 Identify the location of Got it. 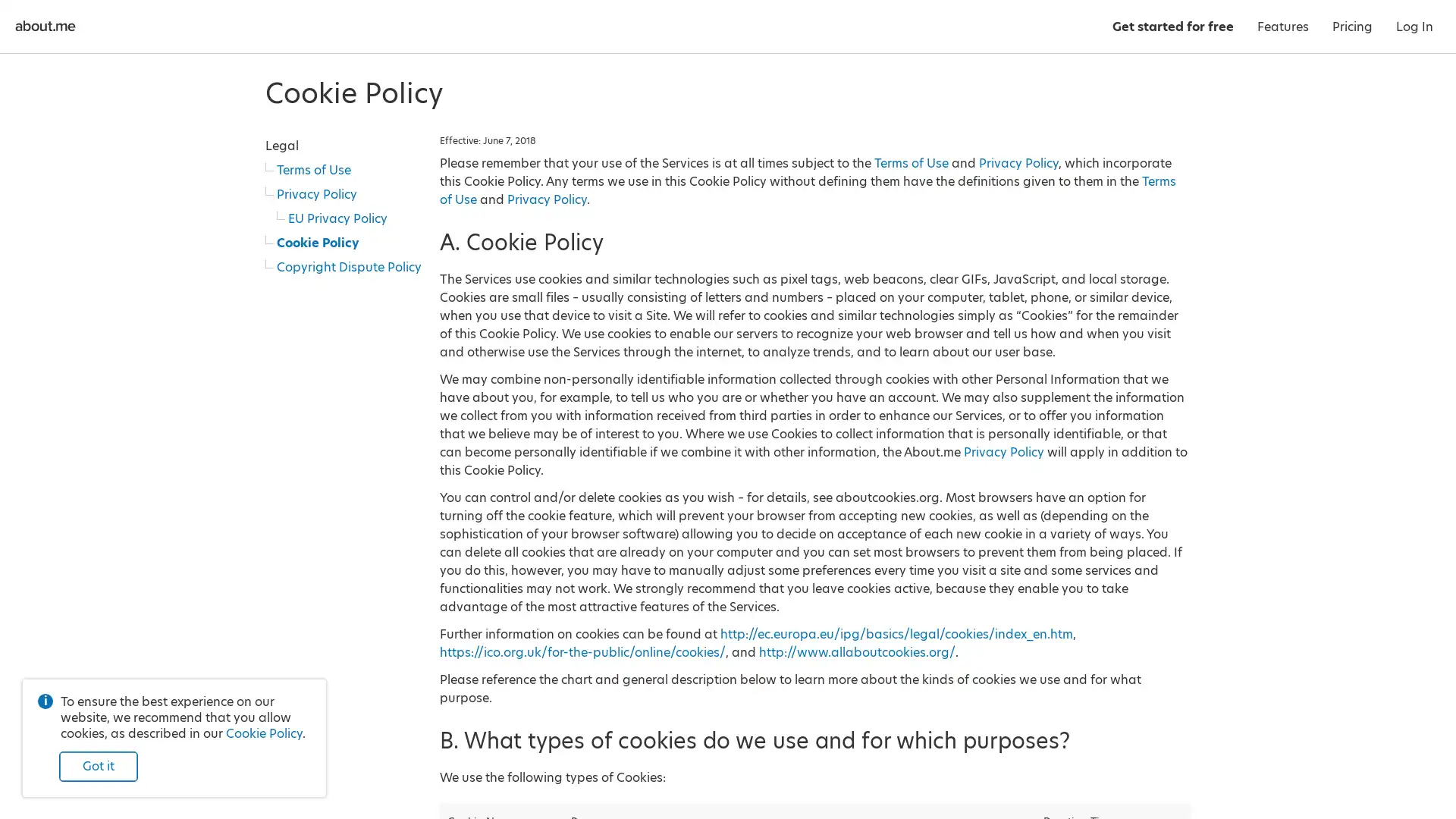
(97, 766).